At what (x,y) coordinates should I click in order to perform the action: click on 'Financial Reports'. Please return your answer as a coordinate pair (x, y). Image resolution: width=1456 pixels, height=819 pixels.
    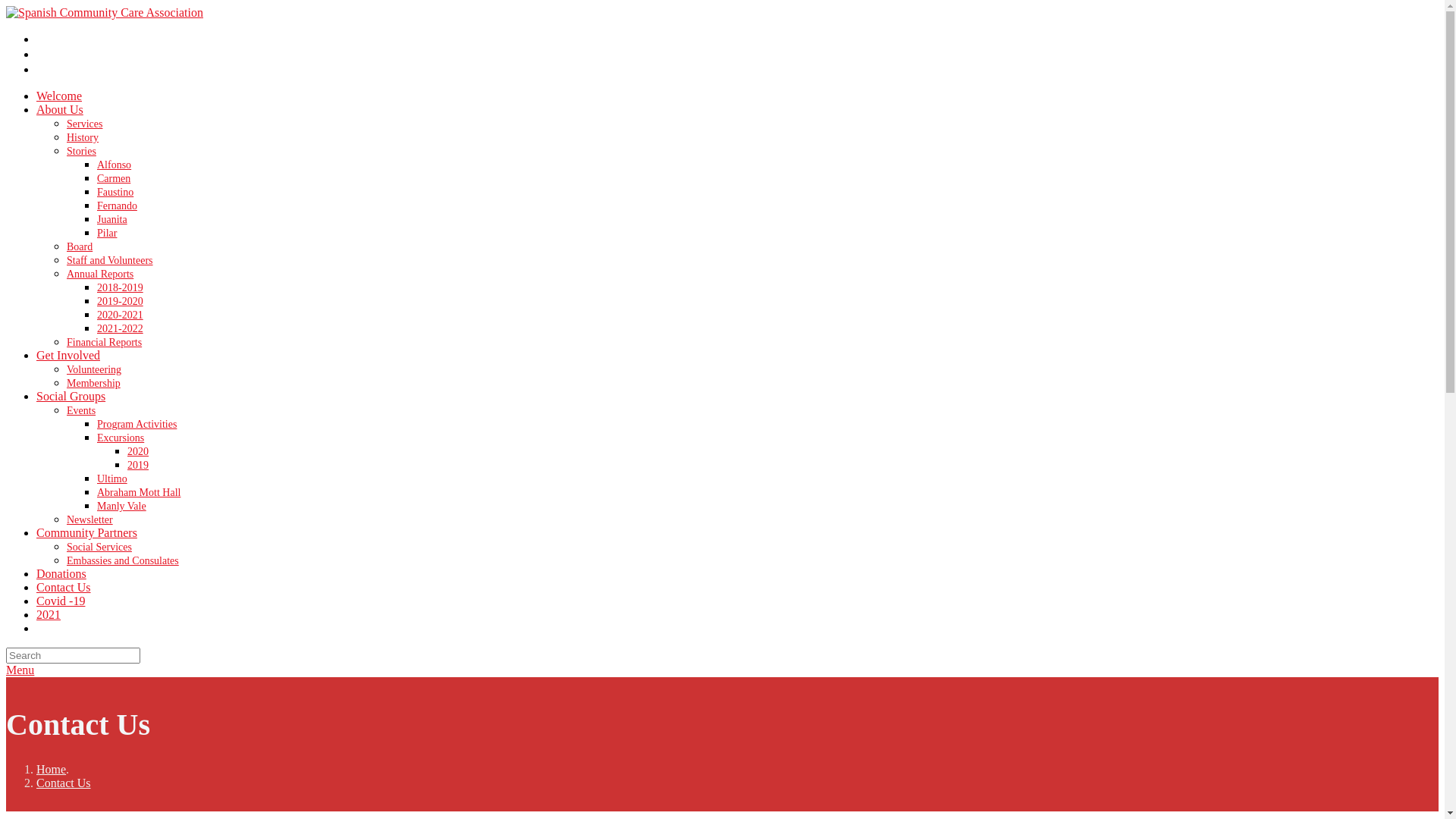
    Looking at the image, I should click on (103, 342).